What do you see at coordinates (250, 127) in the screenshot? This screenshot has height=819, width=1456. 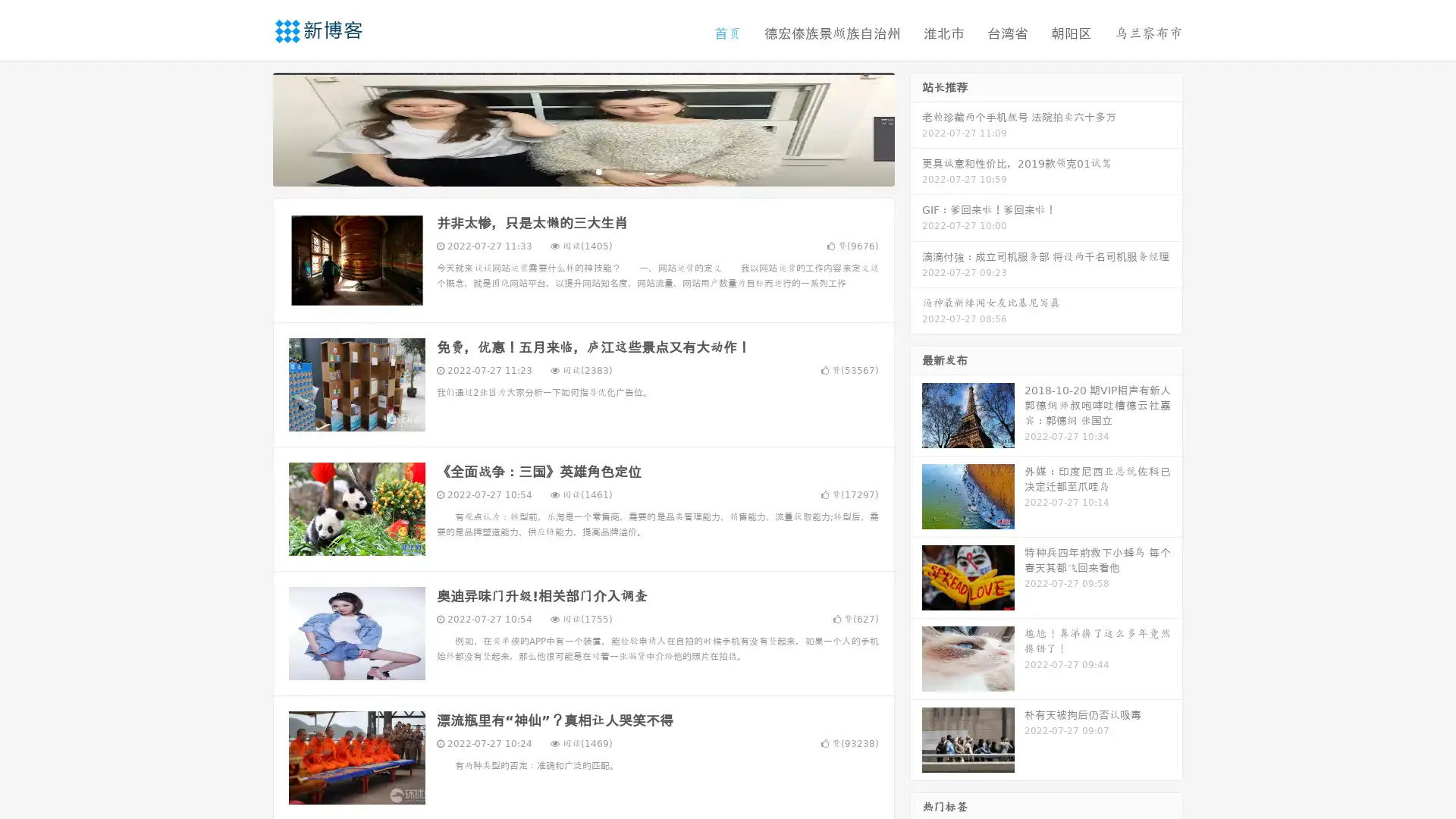 I see `Previous slide` at bounding box center [250, 127].